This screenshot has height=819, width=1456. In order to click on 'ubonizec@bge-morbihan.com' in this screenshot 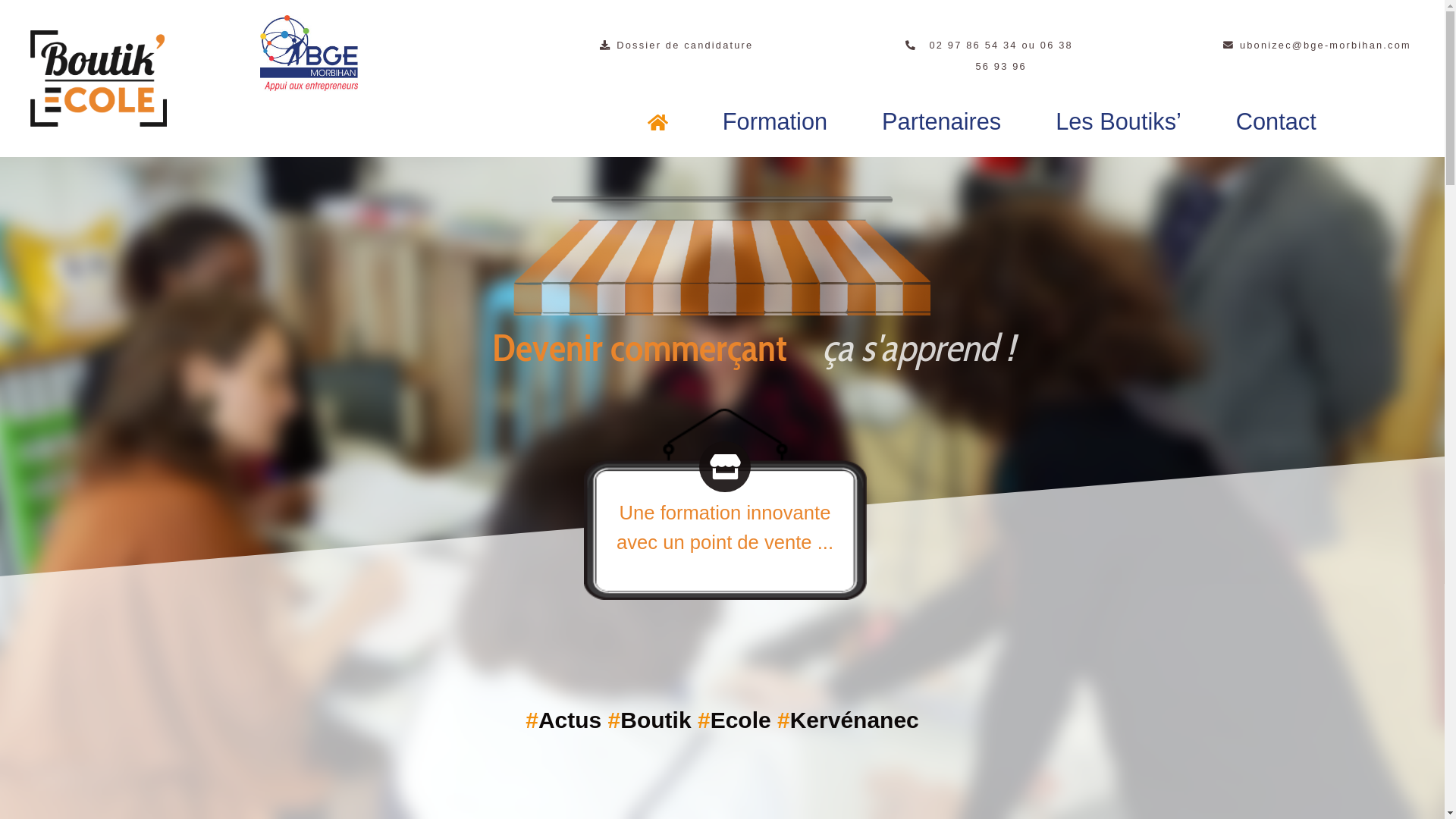, I will do `click(1316, 45)`.